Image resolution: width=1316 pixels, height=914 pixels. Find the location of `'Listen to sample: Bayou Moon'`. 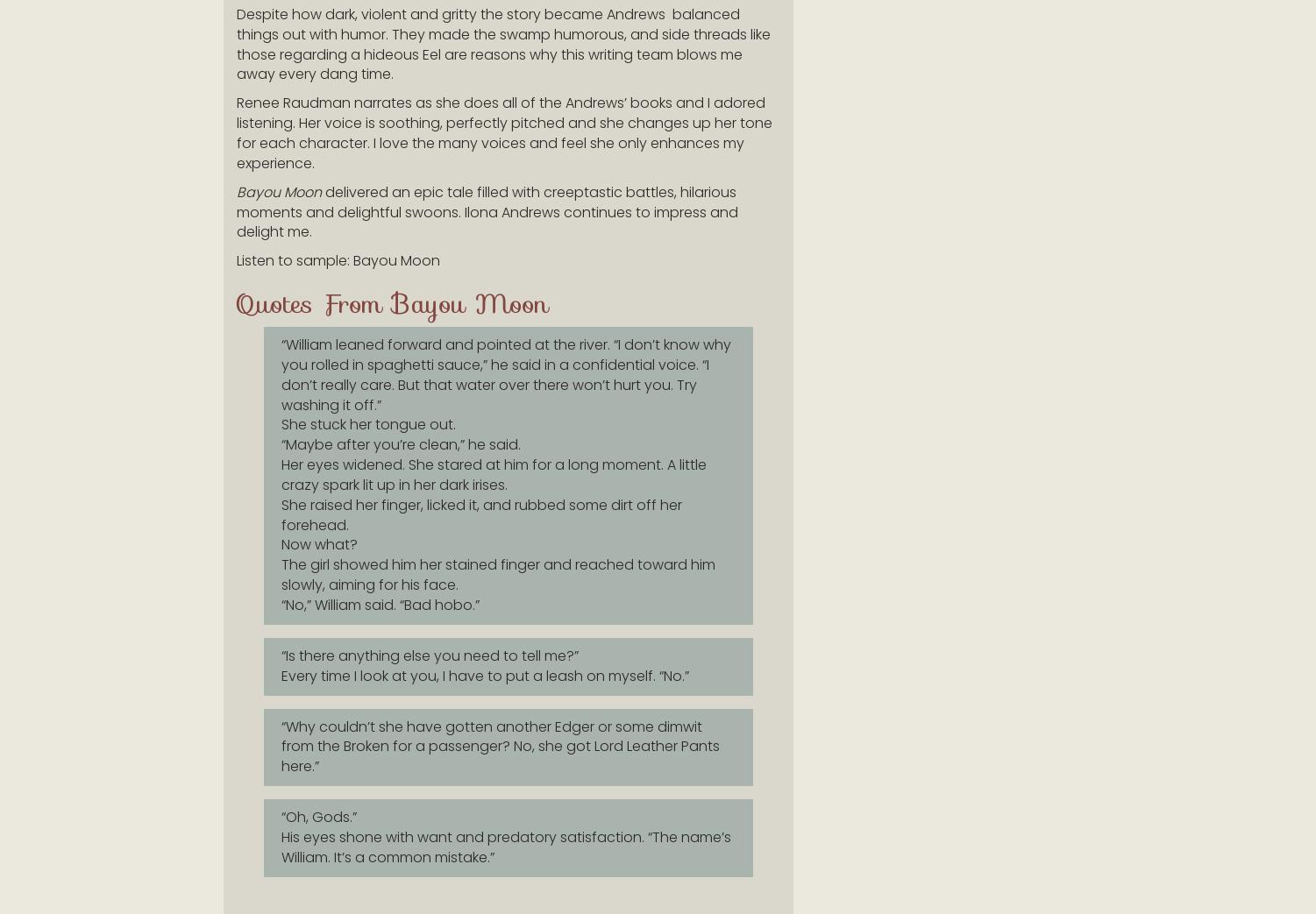

'Listen to sample: Bayou Moon' is located at coordinates (338, 260).